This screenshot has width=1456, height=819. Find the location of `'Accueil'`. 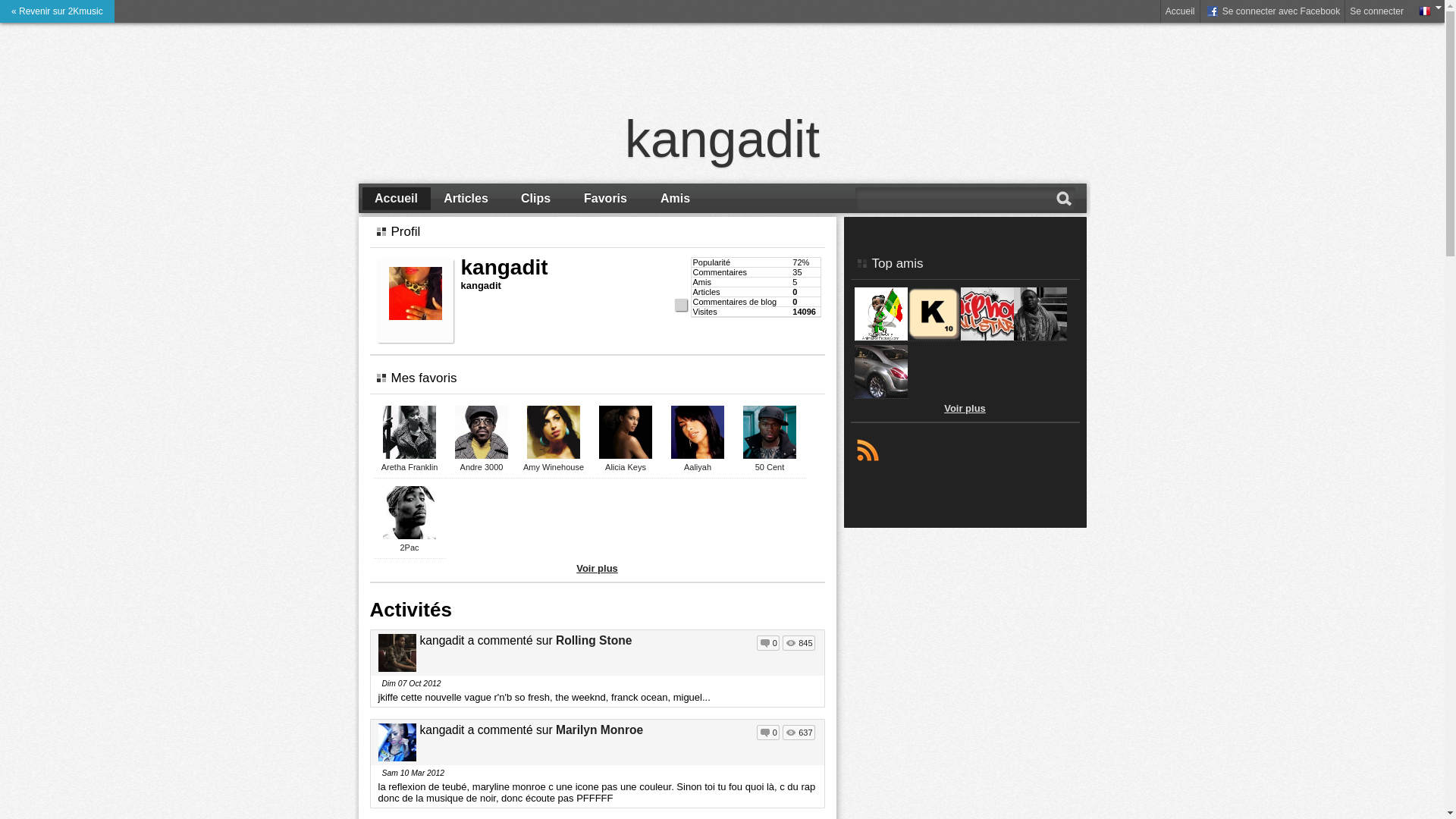

'Accueil' is located at coordinates (1160, 11).